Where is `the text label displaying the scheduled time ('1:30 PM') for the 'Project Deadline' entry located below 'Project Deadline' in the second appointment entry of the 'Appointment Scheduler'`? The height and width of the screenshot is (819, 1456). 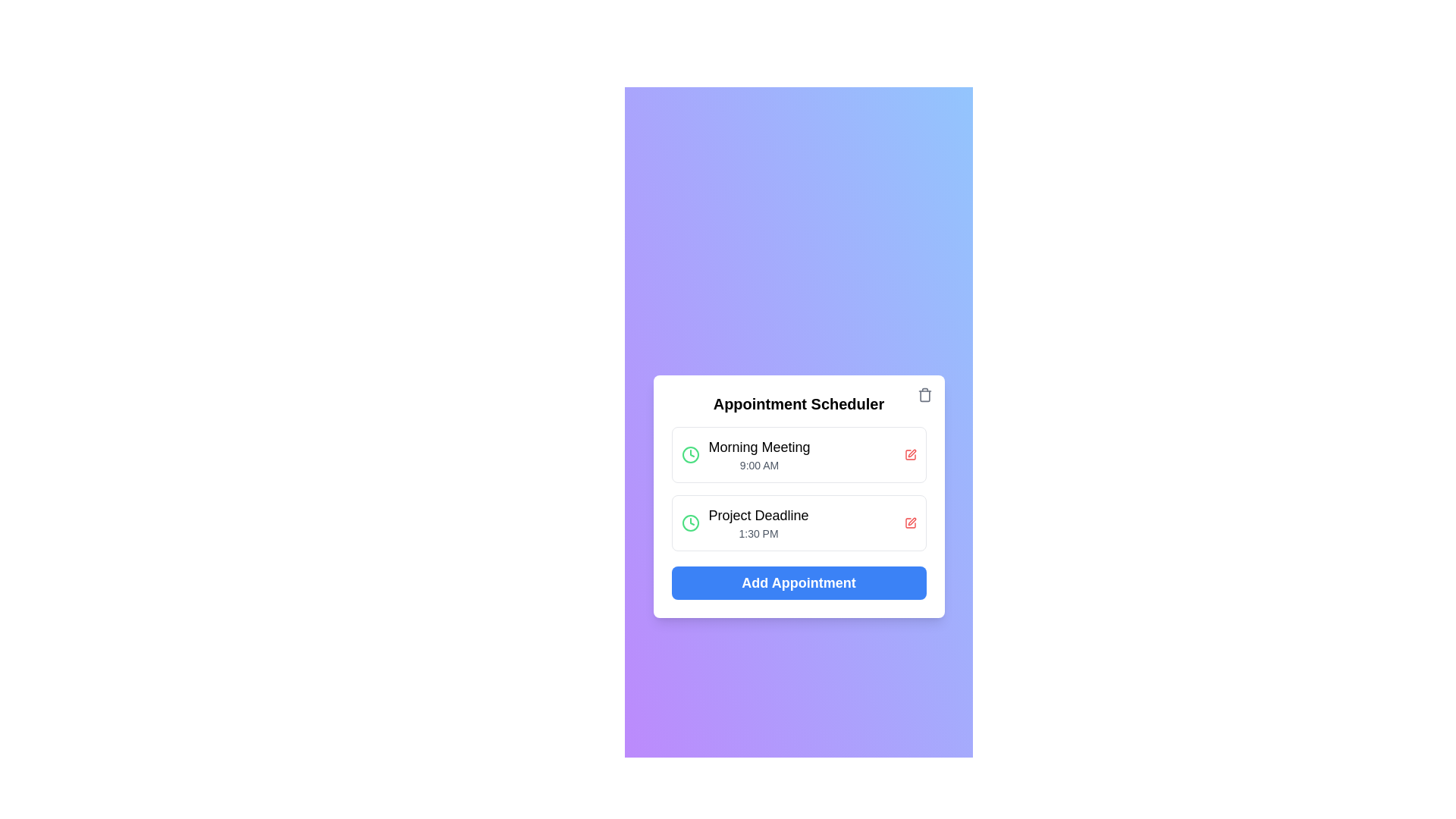
the text label displaying the scheduled time ('1:30 PM') for the 'Project Deadline' entry located below 'Project Deadline' in the second appointment entry of the 'Appointment Scheduler' is located at coordinates (758, 533).